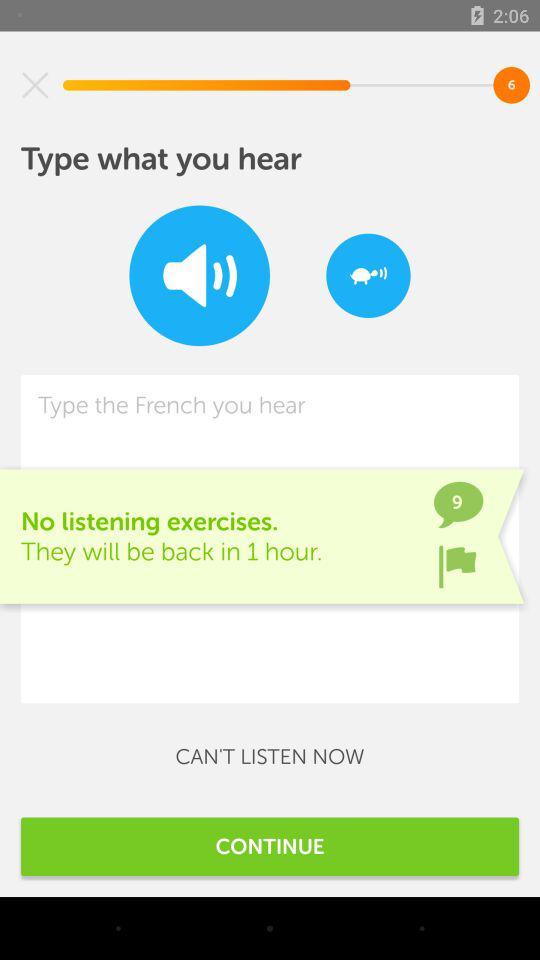  Describe the element at coordinates (457, 566) in the screenshot. I see `icon next to no listening exercises item` at that location.